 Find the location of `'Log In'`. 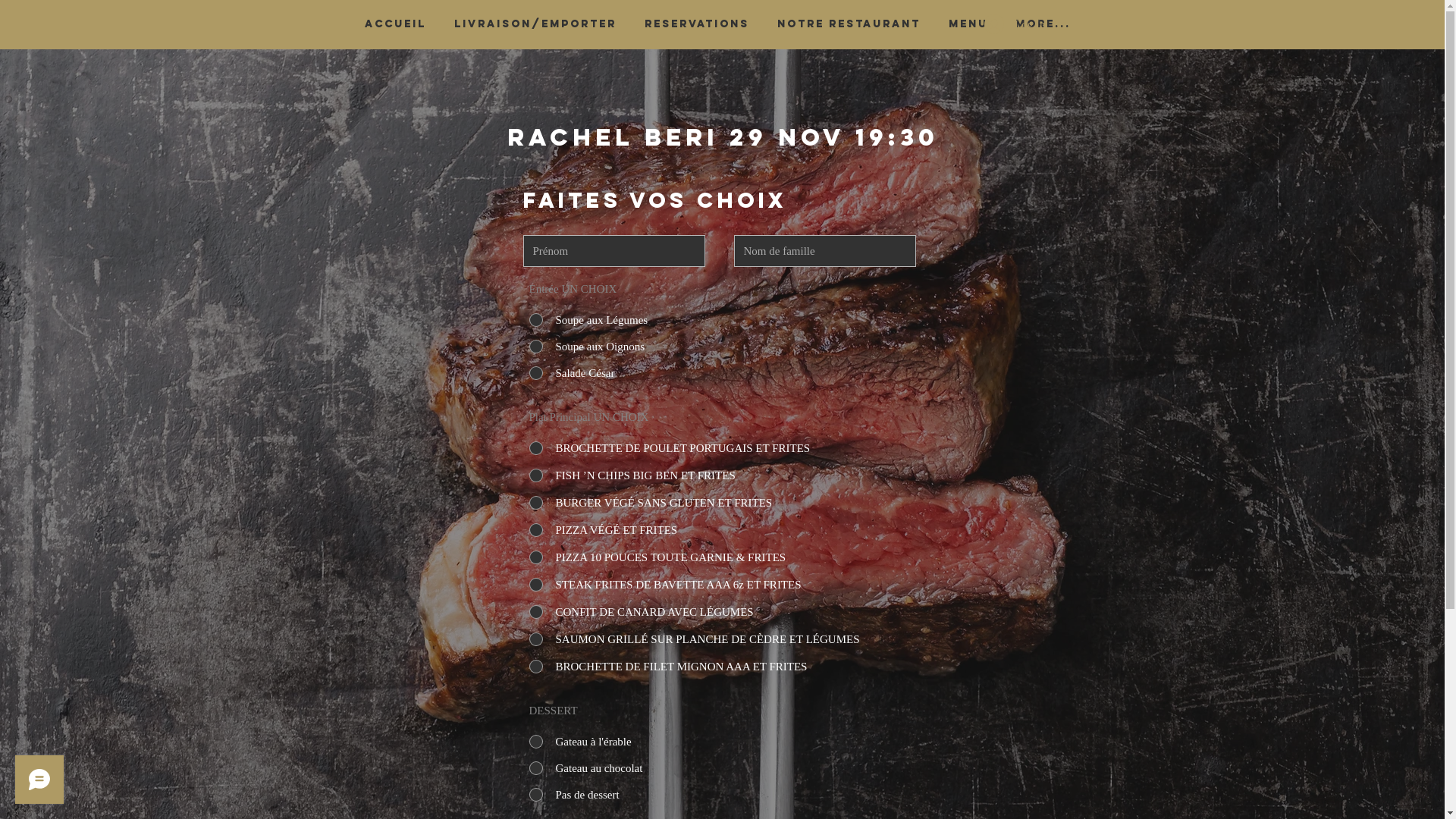

'Log In' is located at coordinates (1015, 24).